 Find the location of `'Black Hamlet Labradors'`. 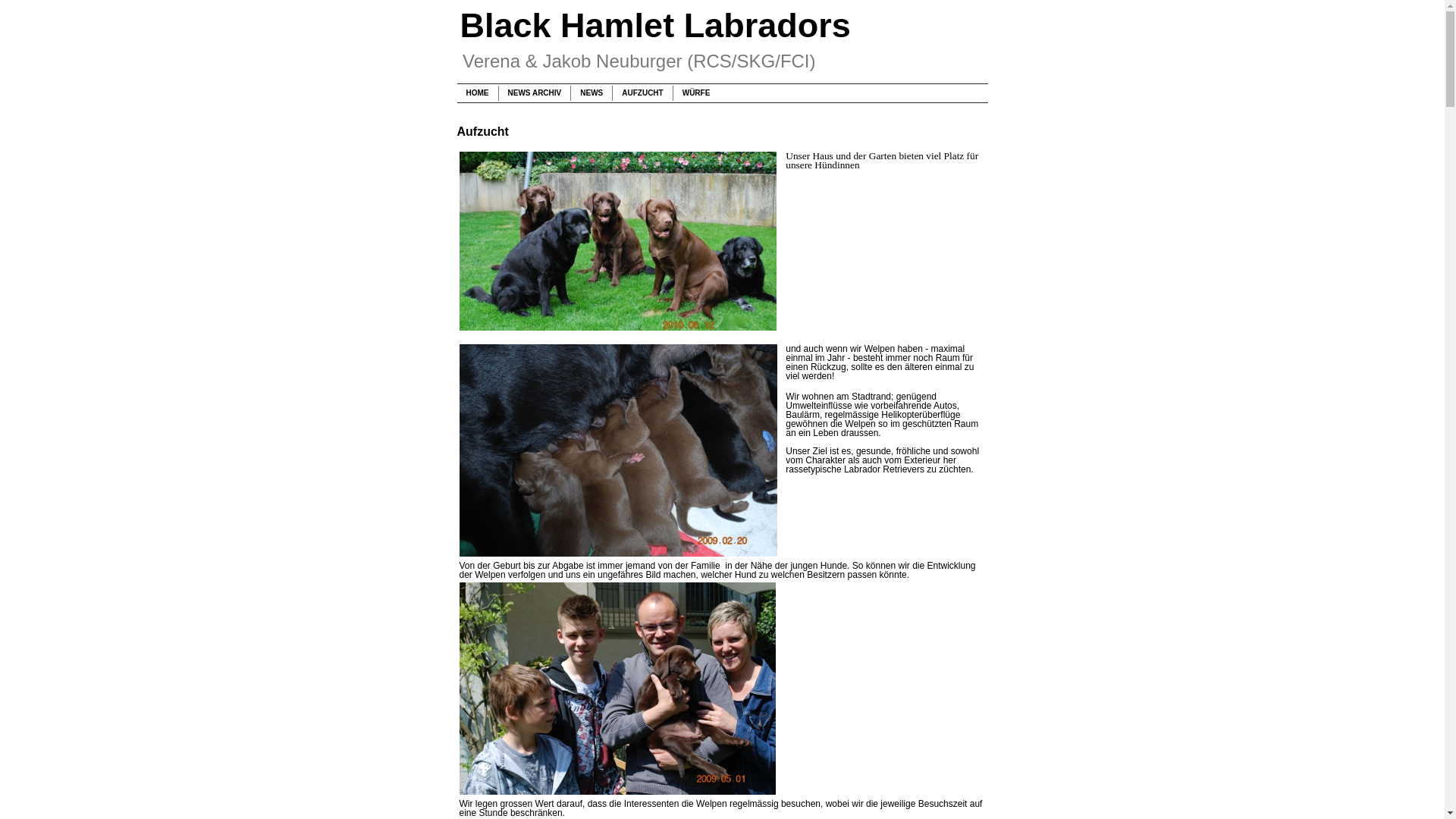

'Black Hamlet Labradors' is located at coordinates (654, 25).